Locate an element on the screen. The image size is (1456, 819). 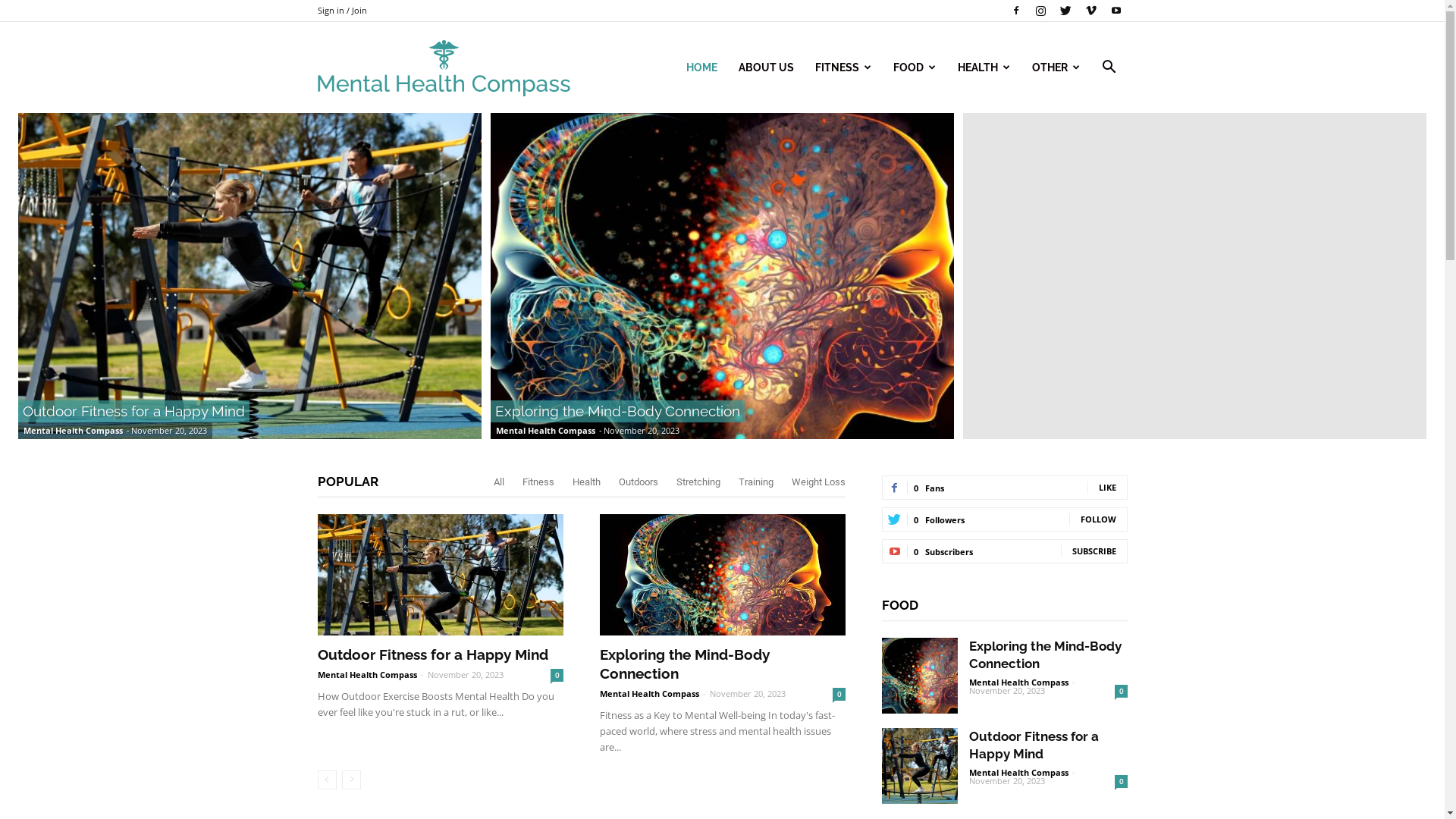
'HEALTH' is located at coordinates (983, 66).